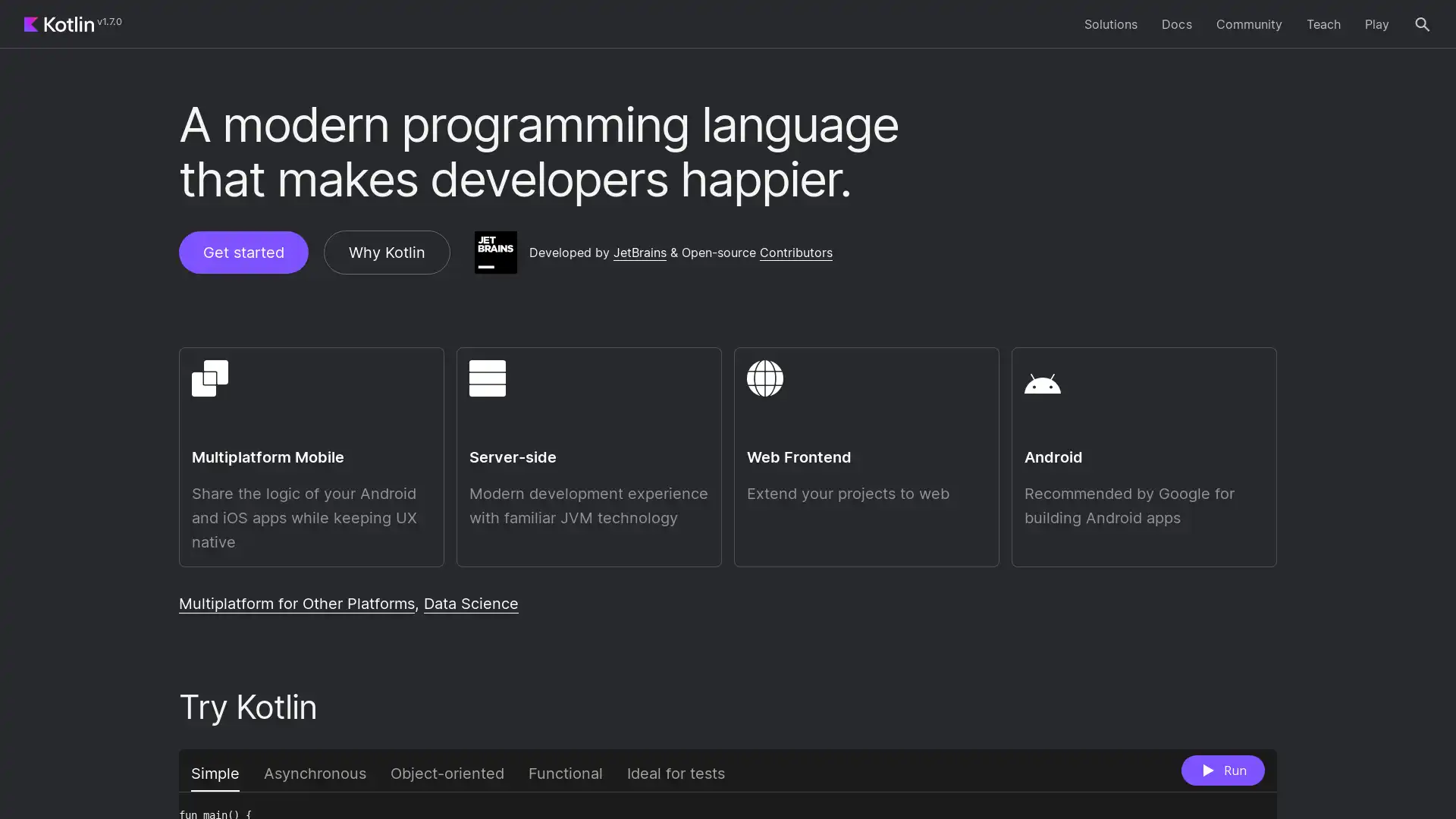 The width and height of the screenshot is (1456, 819). I want to click on Run, so click(1222, 797).